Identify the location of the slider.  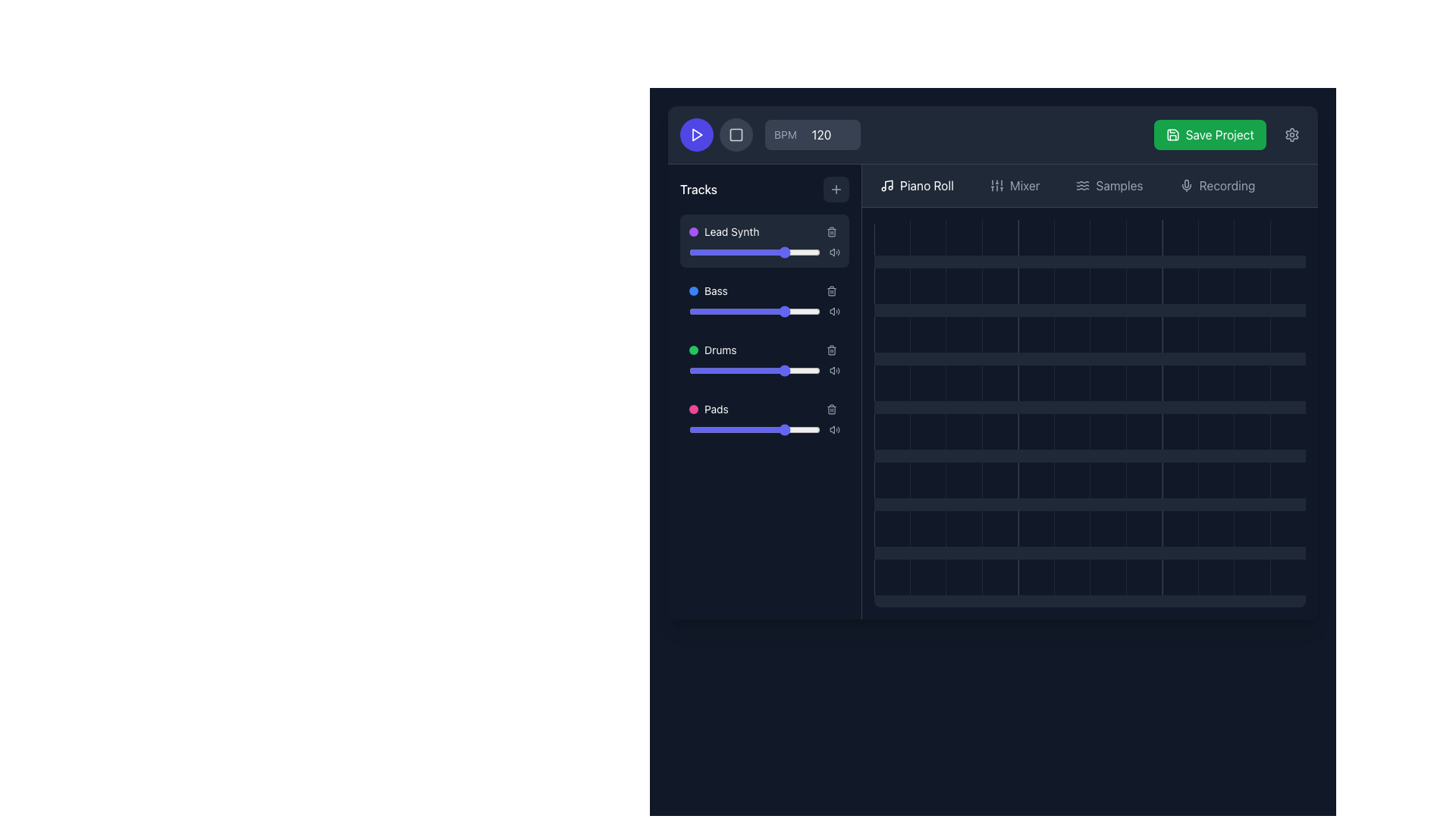
(804, 430).